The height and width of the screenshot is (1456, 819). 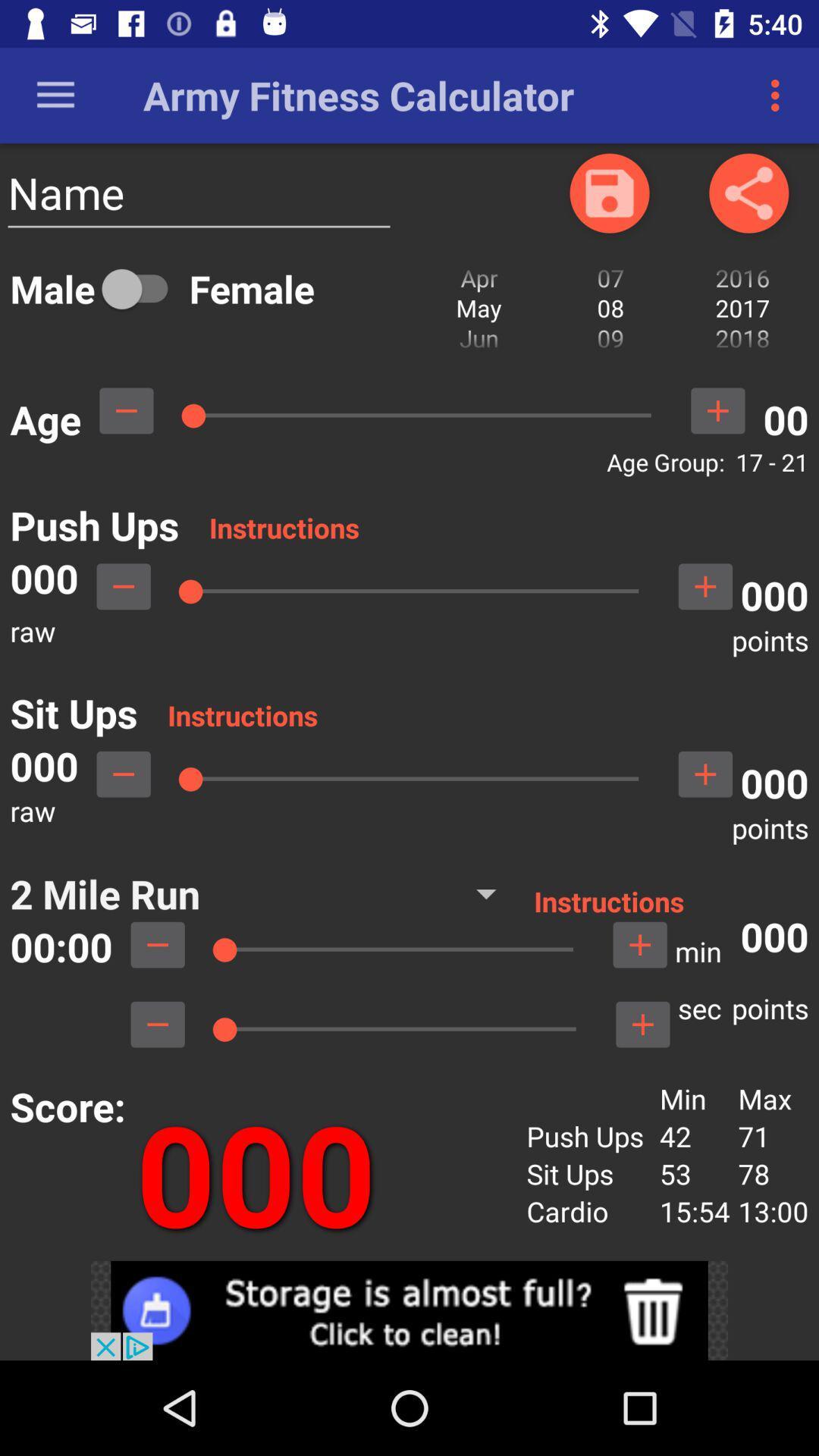 I want to click on reduce point option, so click(x=123, y=585).